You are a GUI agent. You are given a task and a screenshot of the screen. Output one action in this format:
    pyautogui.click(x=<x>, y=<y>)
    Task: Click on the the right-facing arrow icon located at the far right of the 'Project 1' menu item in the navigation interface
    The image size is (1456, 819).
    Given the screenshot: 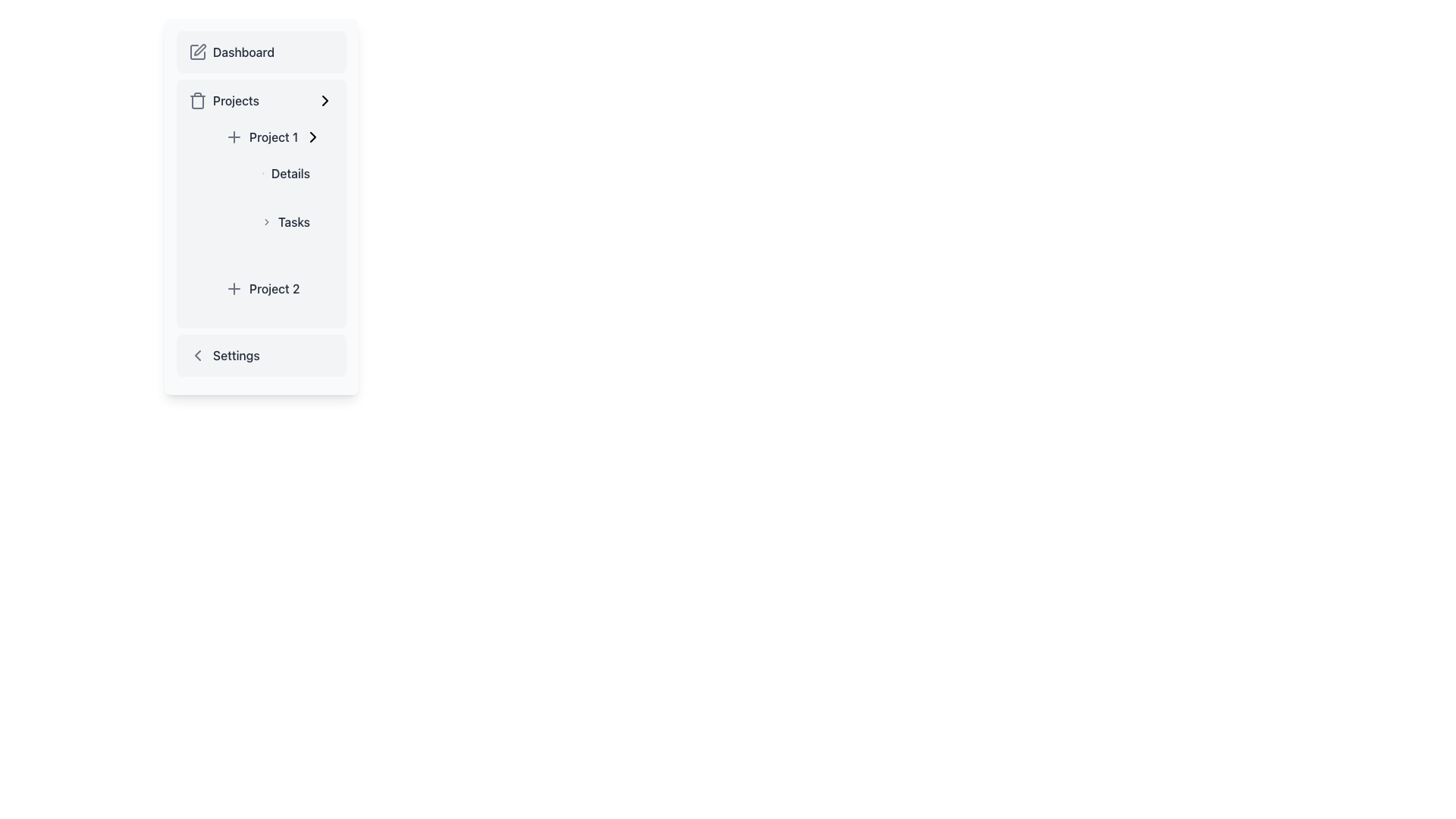 What is the action you would take?
    pyautogui.click(x=312, y=137)
    